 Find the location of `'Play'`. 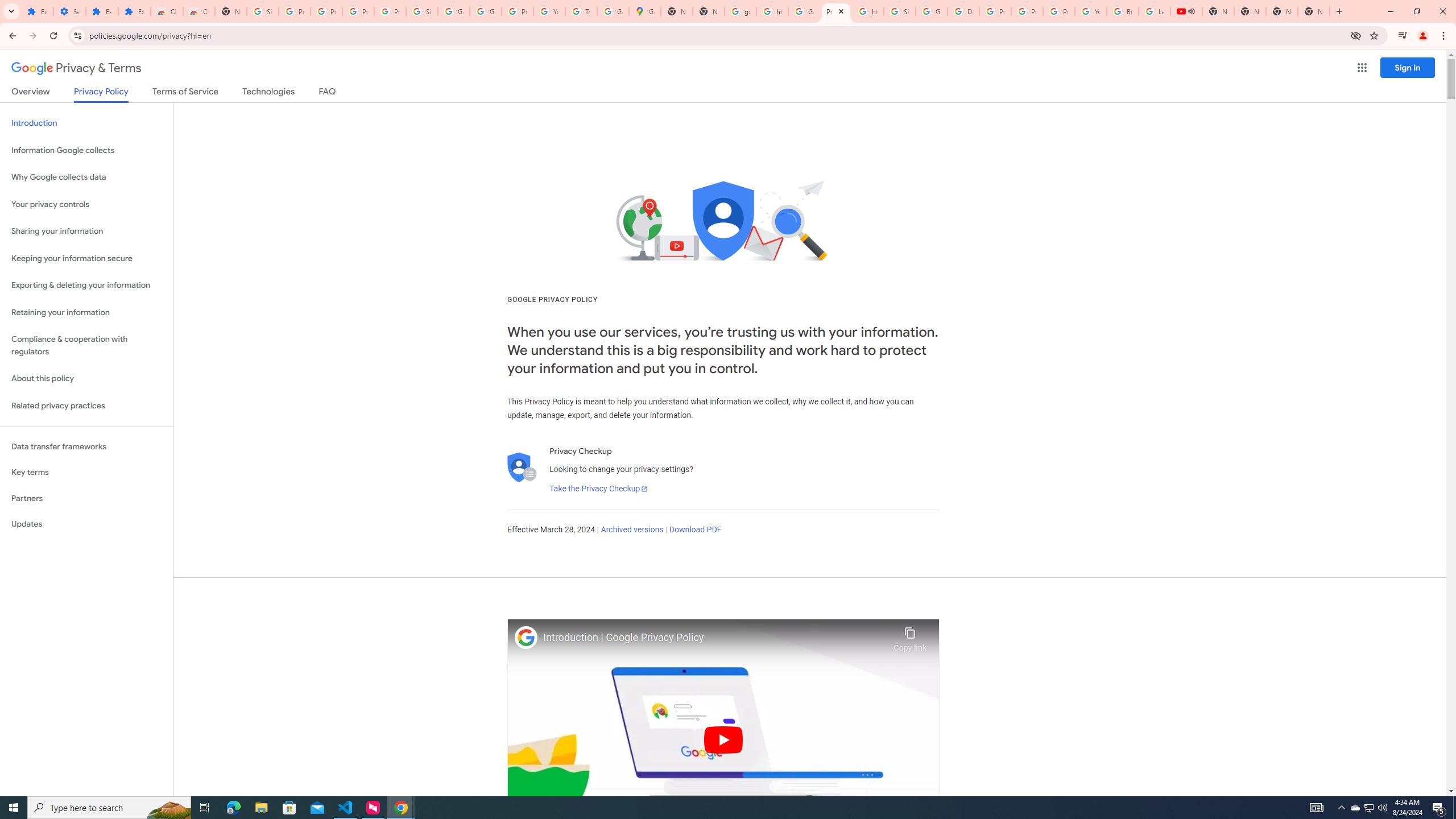

'Play' is located at coordinates (723, 739).